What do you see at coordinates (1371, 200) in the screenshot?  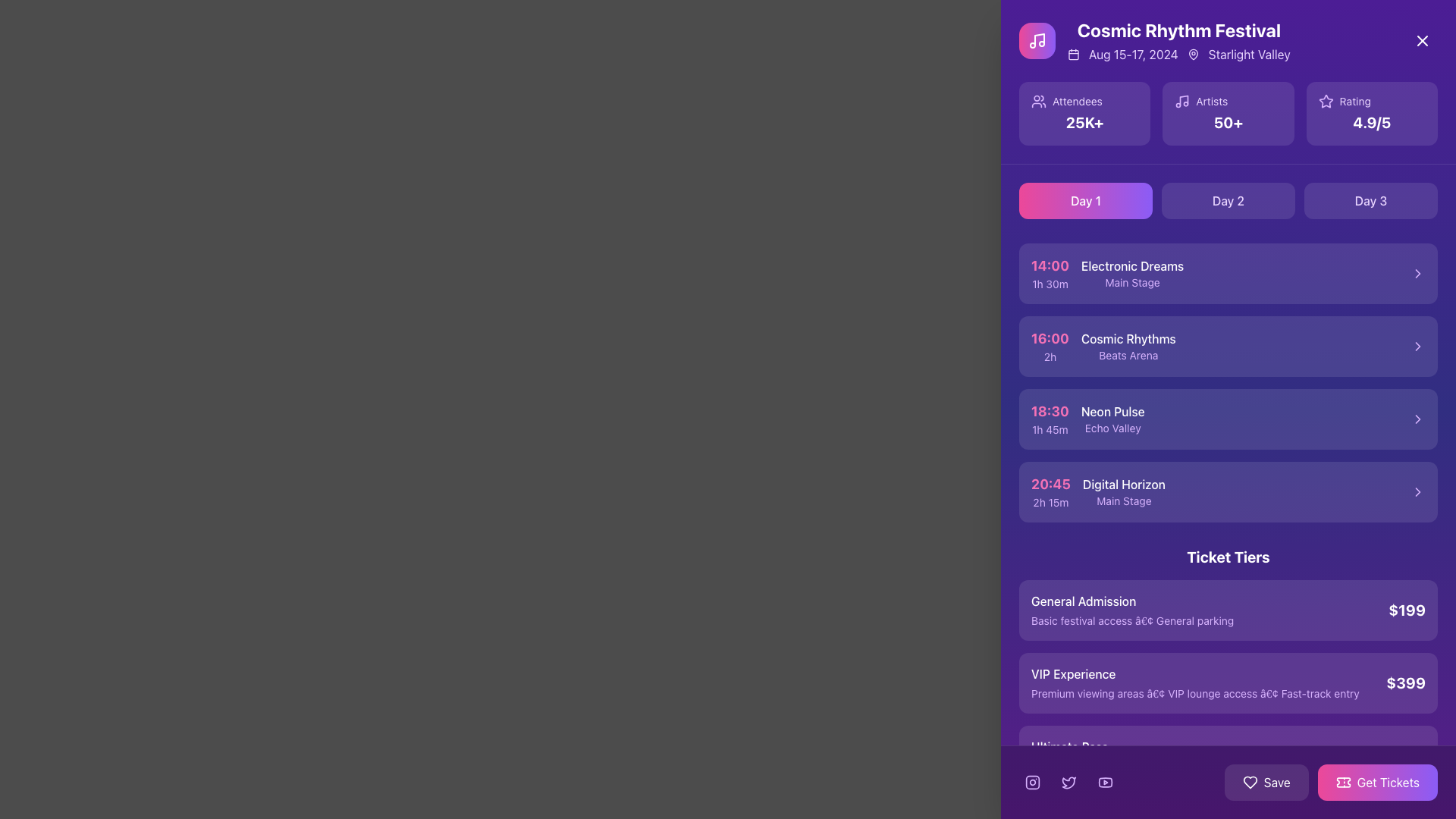 I see `the 'Day 3' tab in the navigation menu` at bounding box center [1371, 200].